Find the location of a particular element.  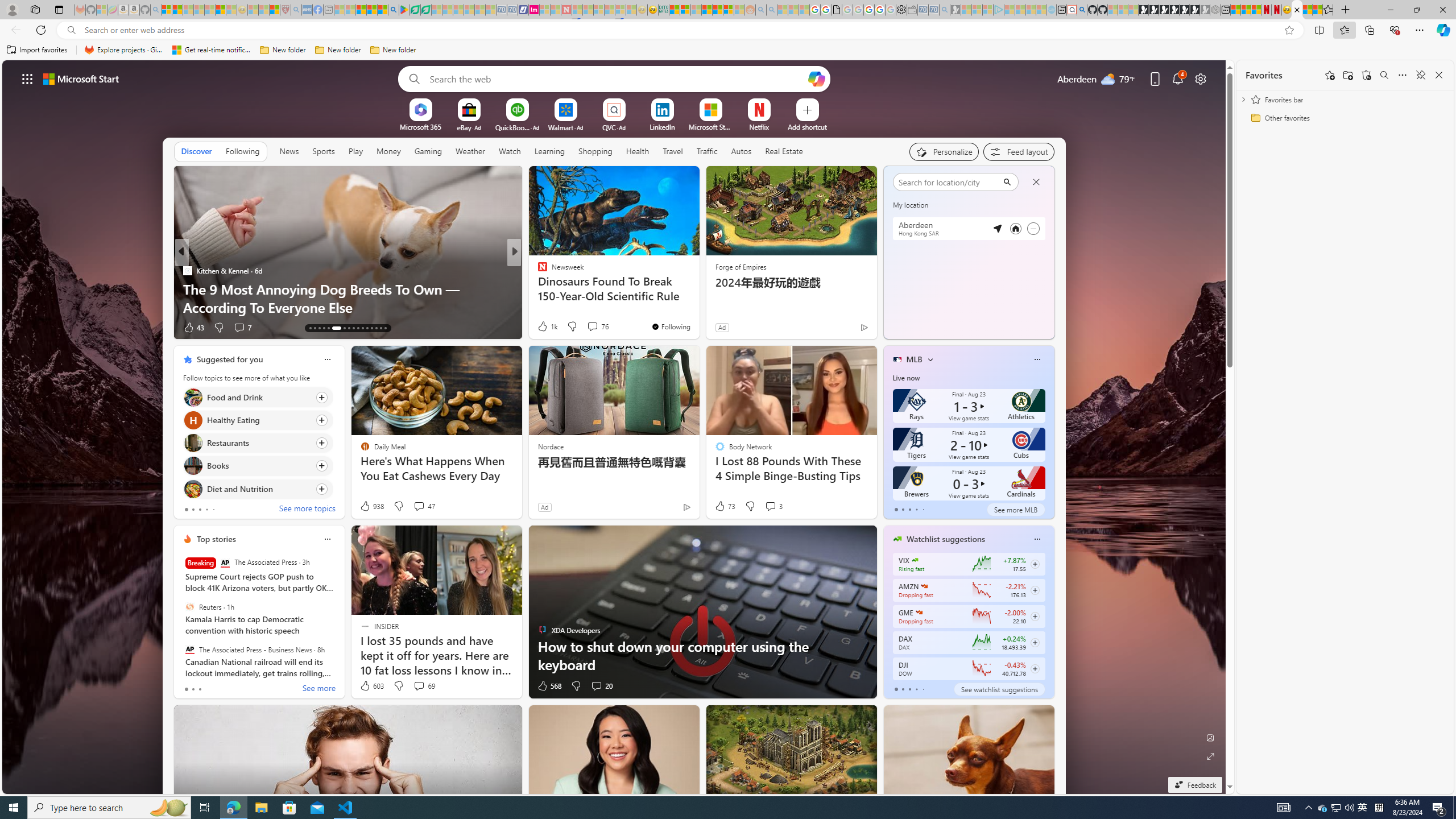

'Detected location' is located at coordinates (996, 228).